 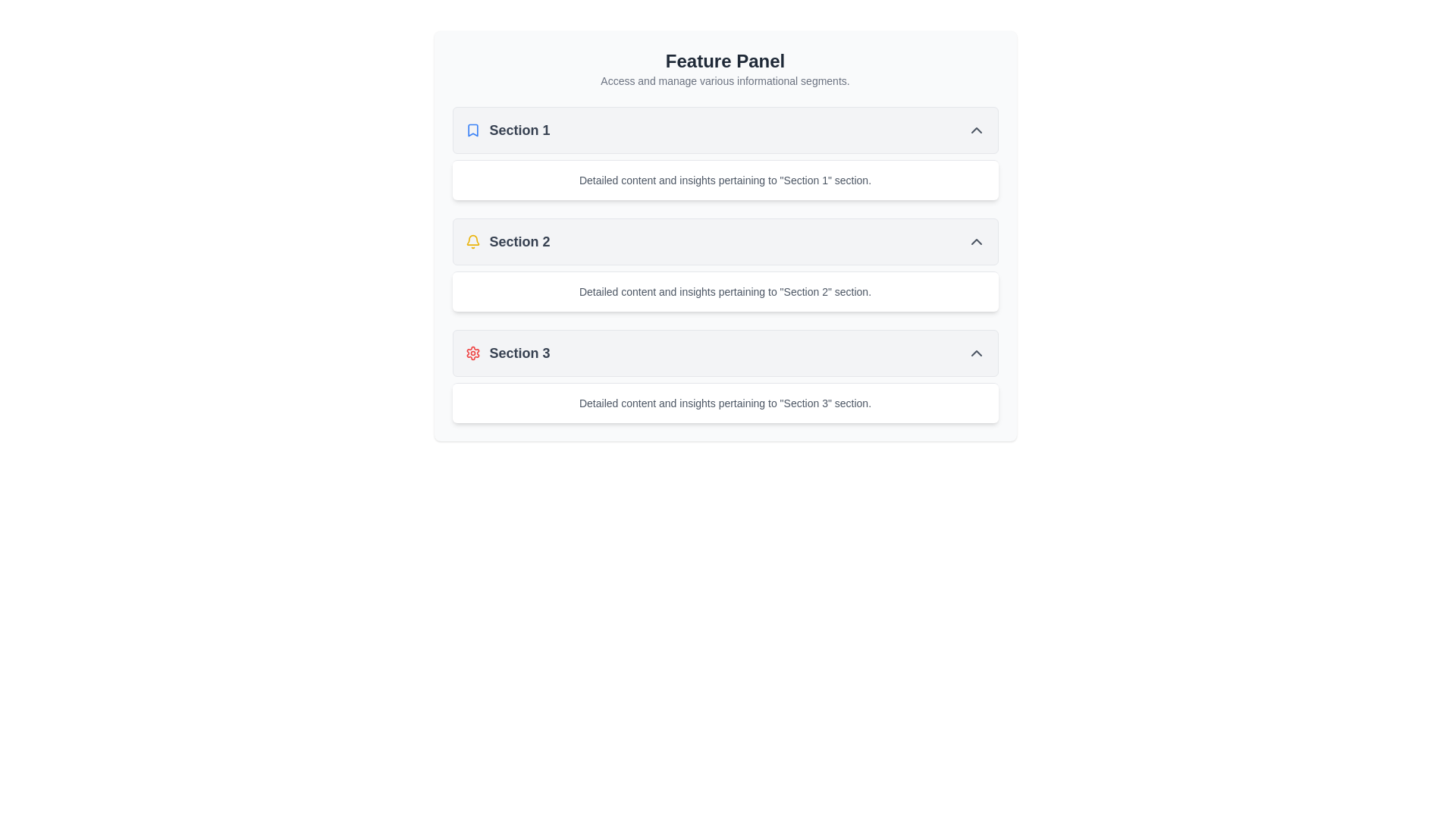 I want to click on the 'Section 1' label, which is a blue bookmark icon followed by bolded text, so click(x=507, y=130).